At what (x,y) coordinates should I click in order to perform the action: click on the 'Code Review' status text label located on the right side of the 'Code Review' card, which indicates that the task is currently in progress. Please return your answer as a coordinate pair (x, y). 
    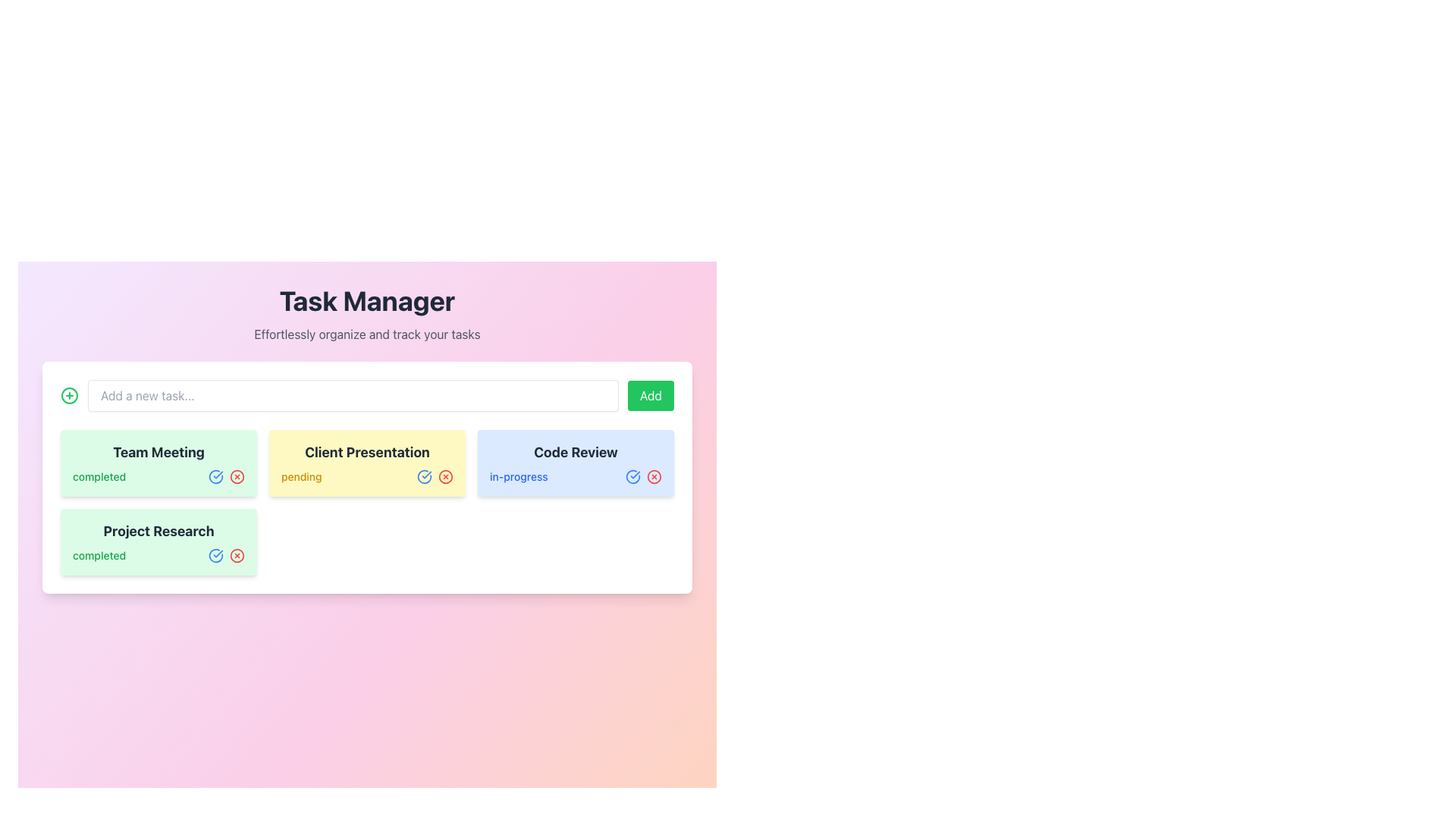
    Looking at the image, I should click on (519, 475).